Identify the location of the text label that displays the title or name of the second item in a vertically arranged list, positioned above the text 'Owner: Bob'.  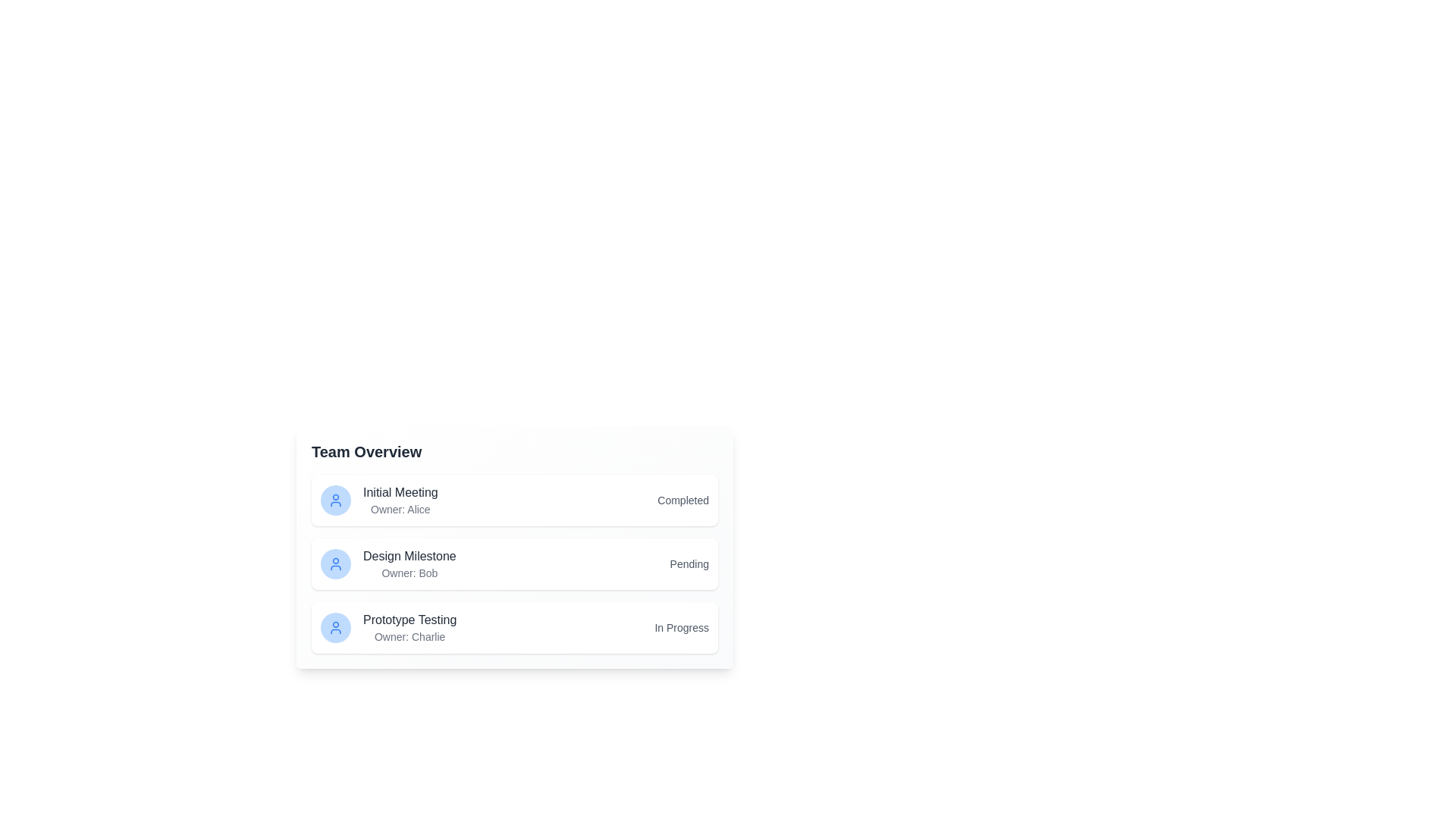
(409, 556).